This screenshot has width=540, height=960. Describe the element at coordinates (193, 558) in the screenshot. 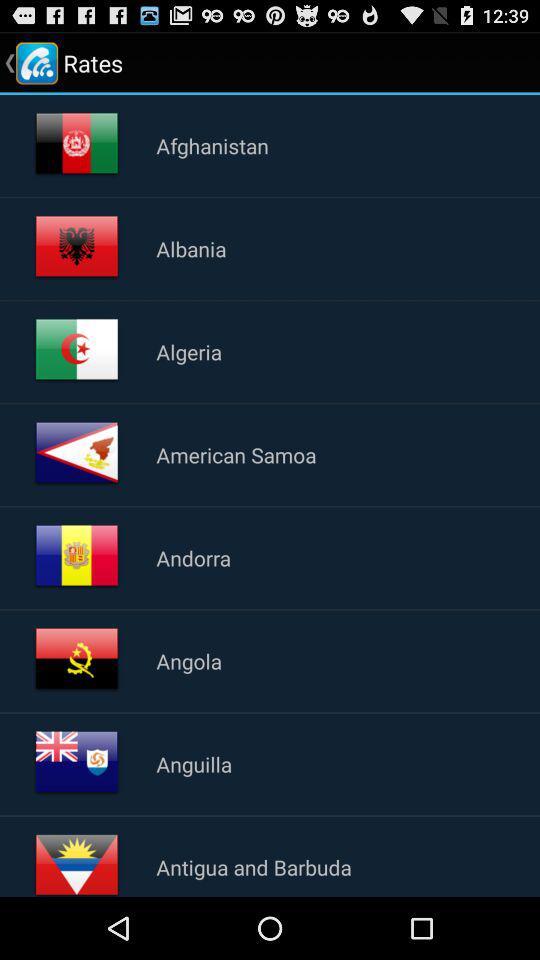

I see `the item below american samoa` at that location.